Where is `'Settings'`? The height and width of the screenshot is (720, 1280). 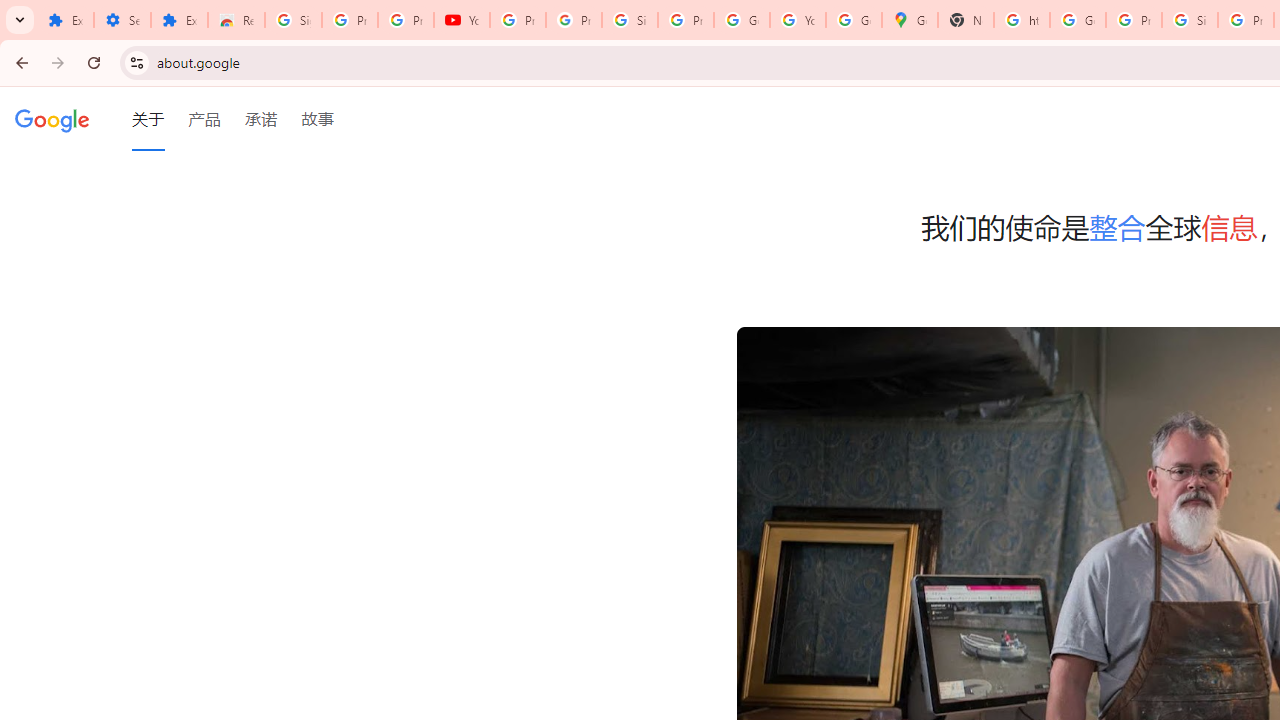
'Settings' is located at coordinates (121, 20).